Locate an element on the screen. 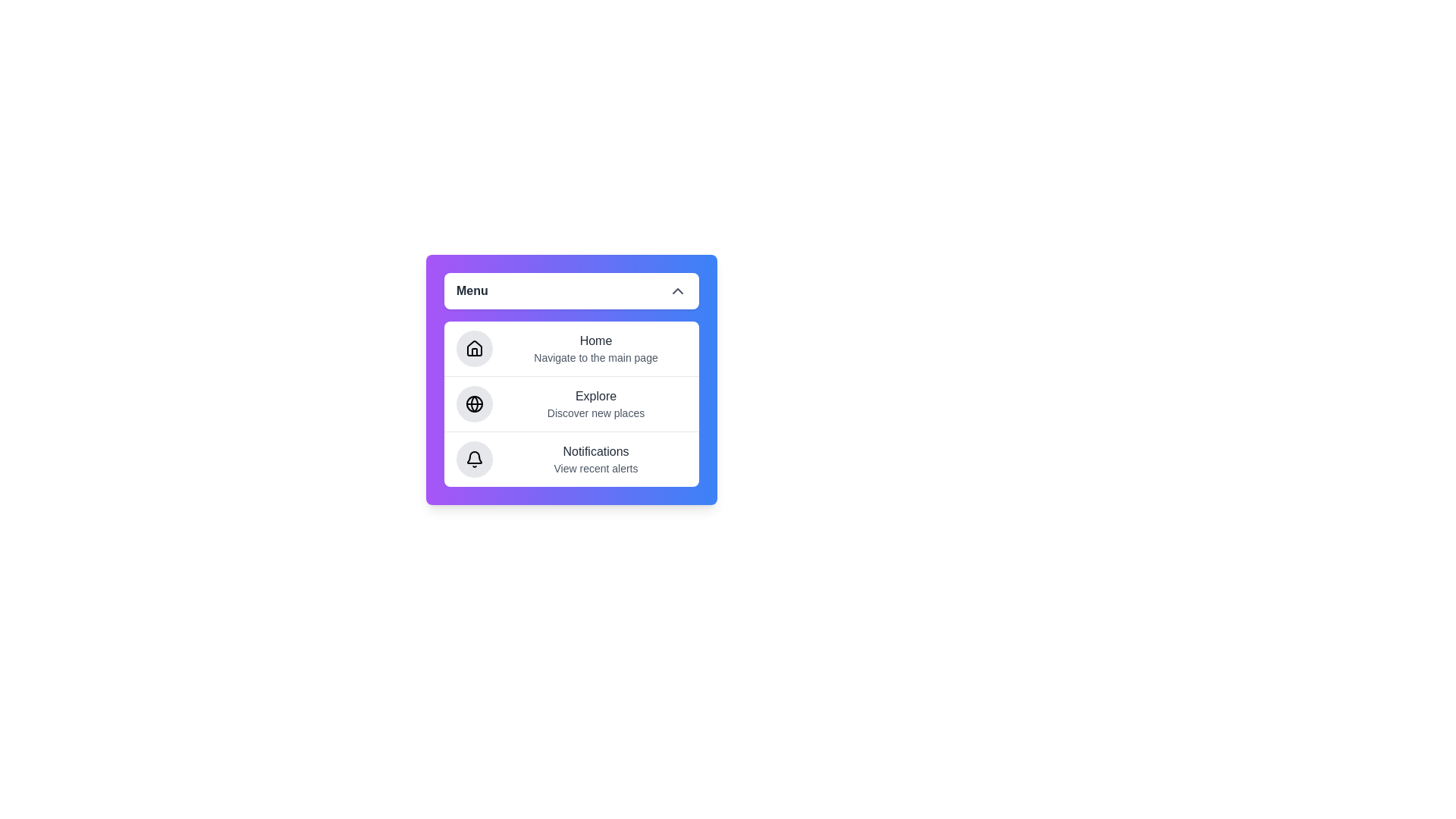 The height and width of the screenshot is (819, 1456). the 'Menu' button to toggle the menu visibility is located at coordinates (570, 291).